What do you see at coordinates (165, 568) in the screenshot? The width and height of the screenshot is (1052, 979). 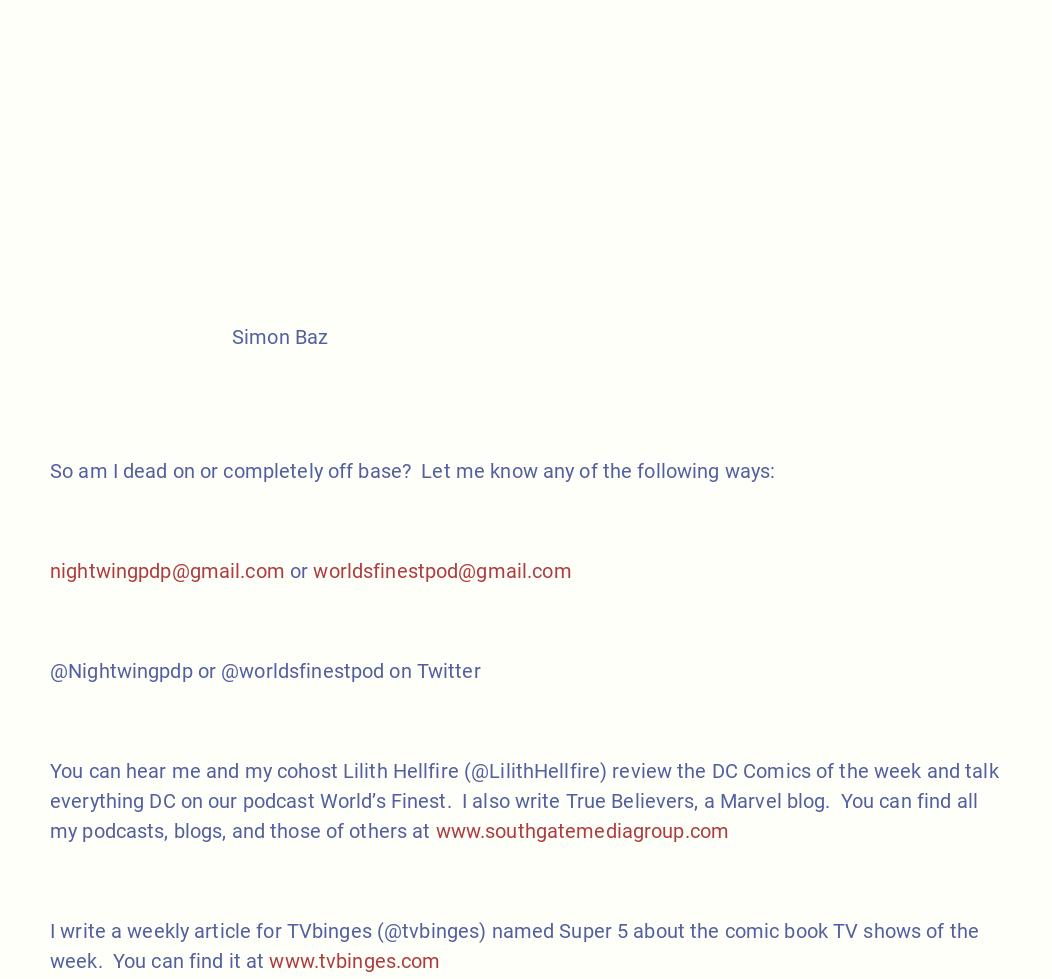 I see `'nightwingpdp@gmail.com'` at bounding box center [165, 568].